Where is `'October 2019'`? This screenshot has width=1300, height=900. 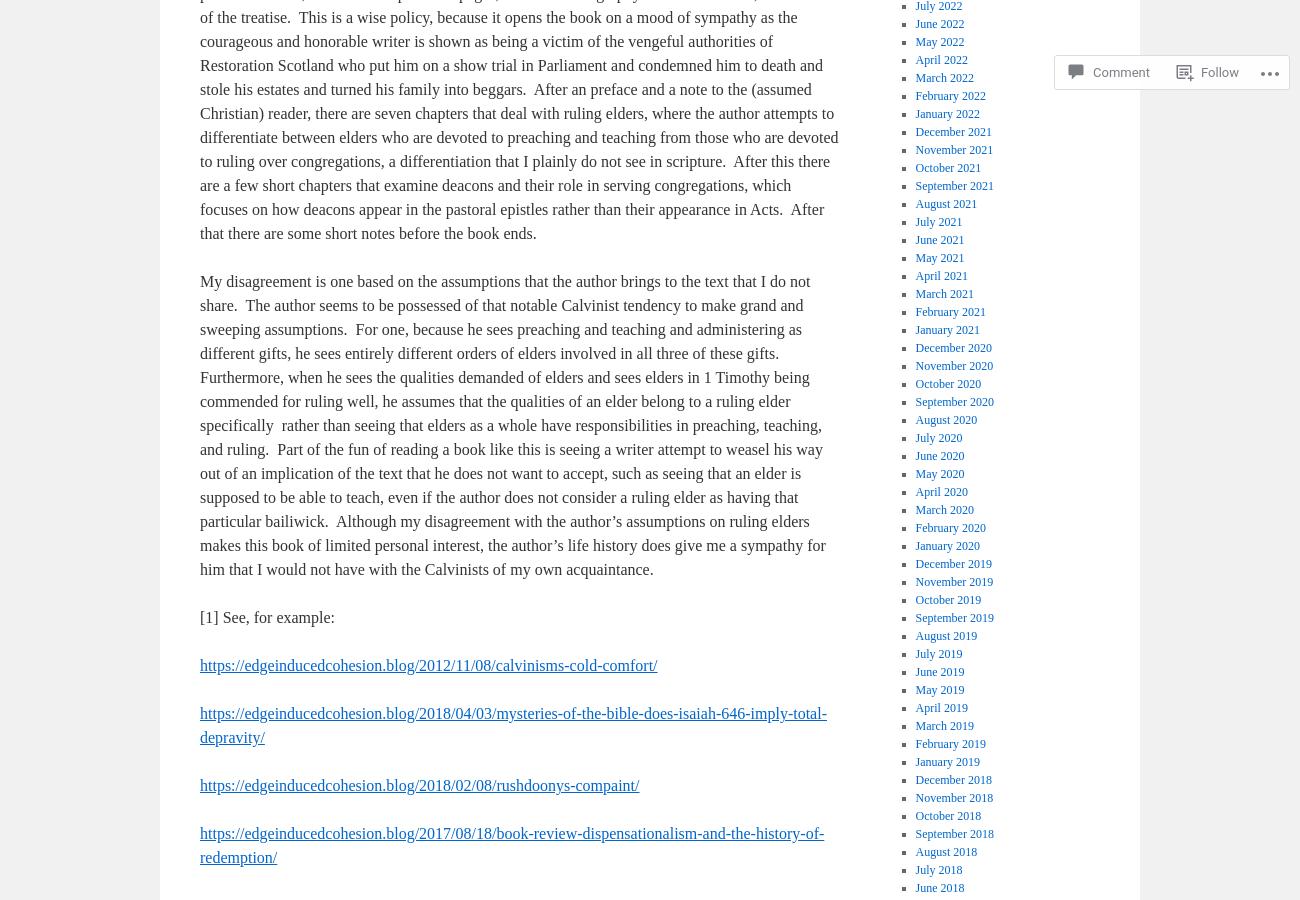 'October 2019' is located at coordinates (947, 600).